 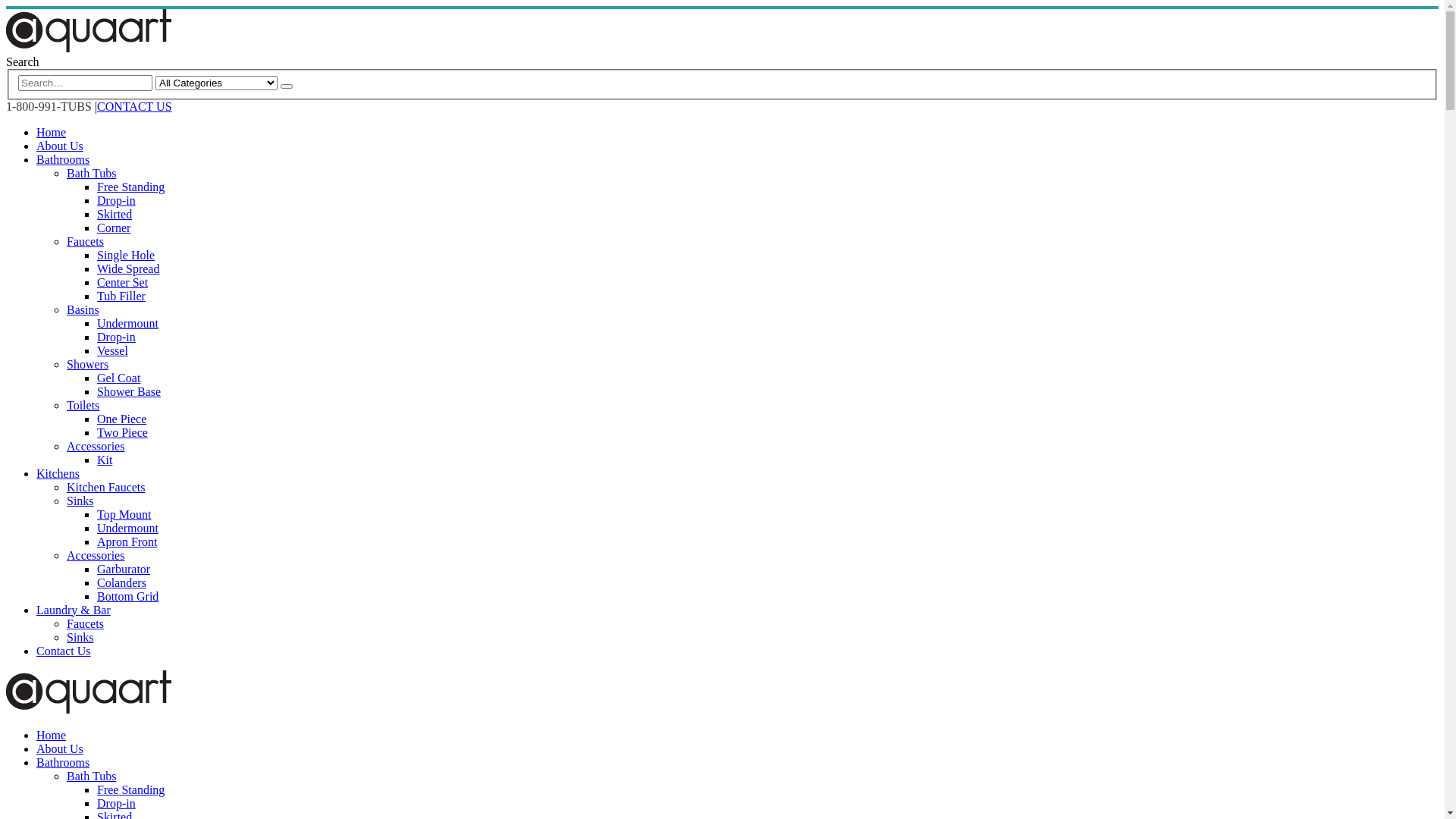 I want to click on 'Garburator', so click(x=96, y=569).